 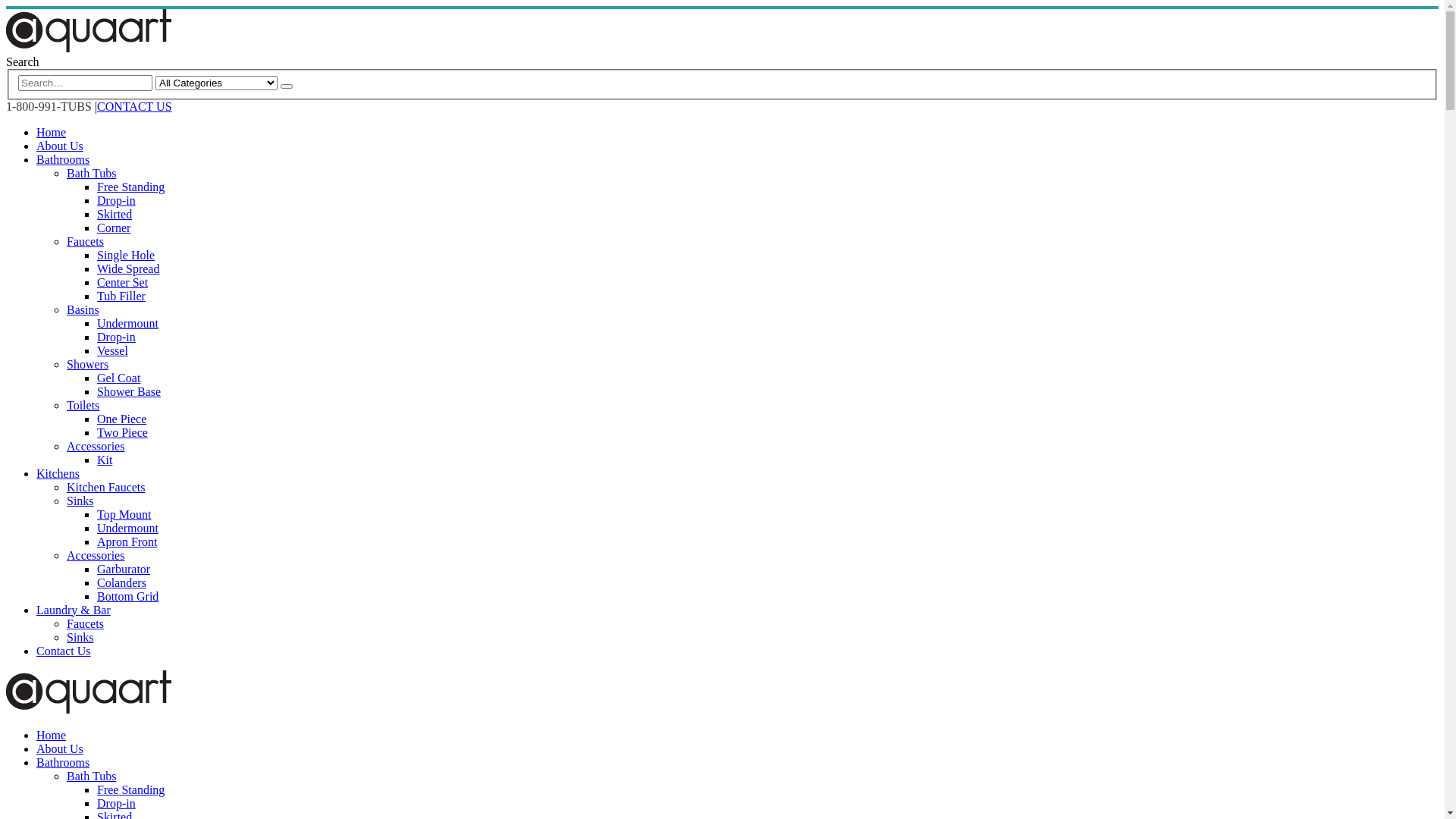 I want to click on 'Garburator', so click(x=96, y=569).